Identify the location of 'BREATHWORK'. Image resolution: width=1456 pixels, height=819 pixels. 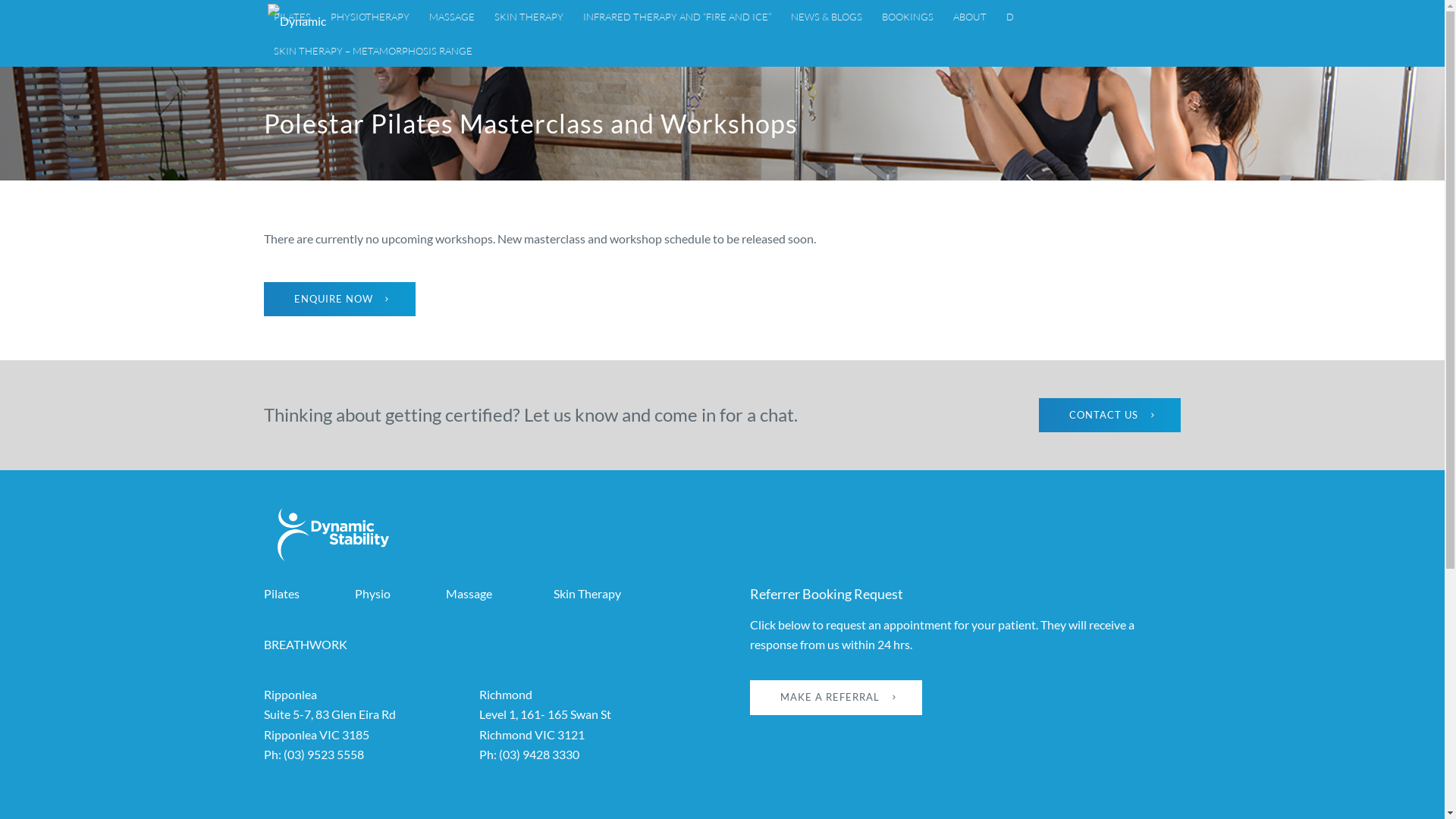
(305, 644).